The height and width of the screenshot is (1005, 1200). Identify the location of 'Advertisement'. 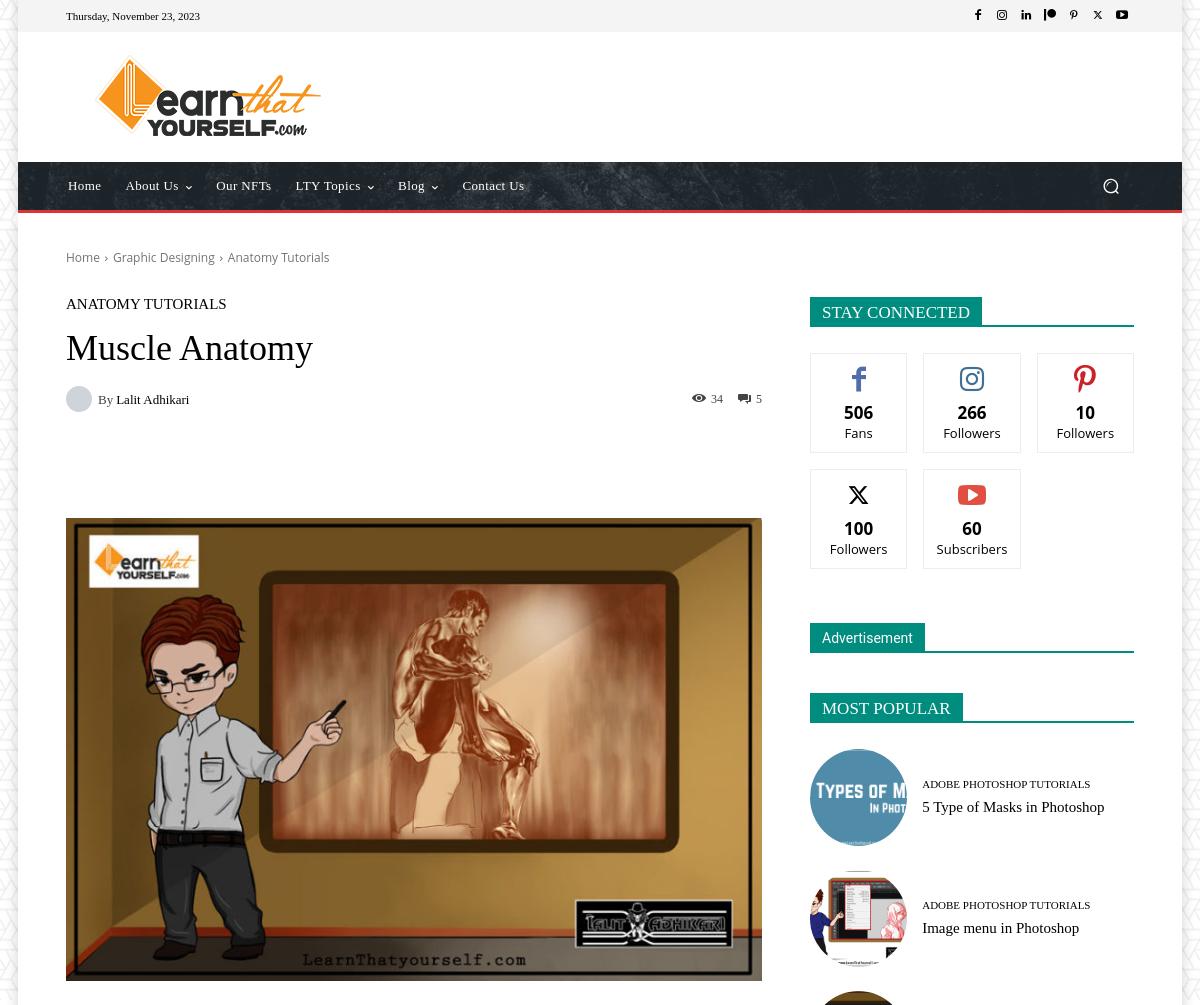
(866, 636).